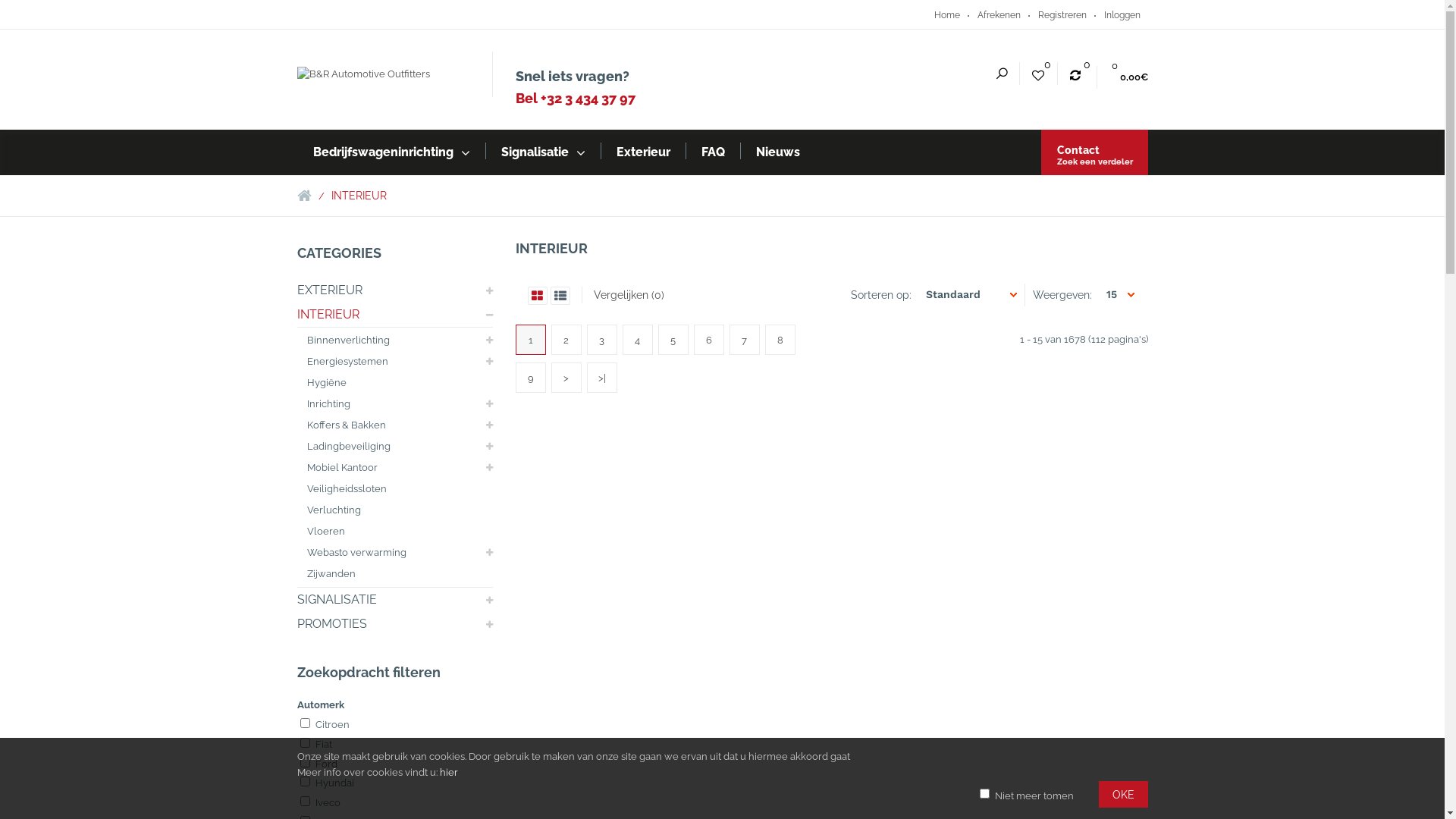 Image resolution: width=1456 pixels, height=819 pixels. What do you see at coordinates (643, 152) in the screenshot?
I see `'Exterieur'` at bounding box center [643, 152].